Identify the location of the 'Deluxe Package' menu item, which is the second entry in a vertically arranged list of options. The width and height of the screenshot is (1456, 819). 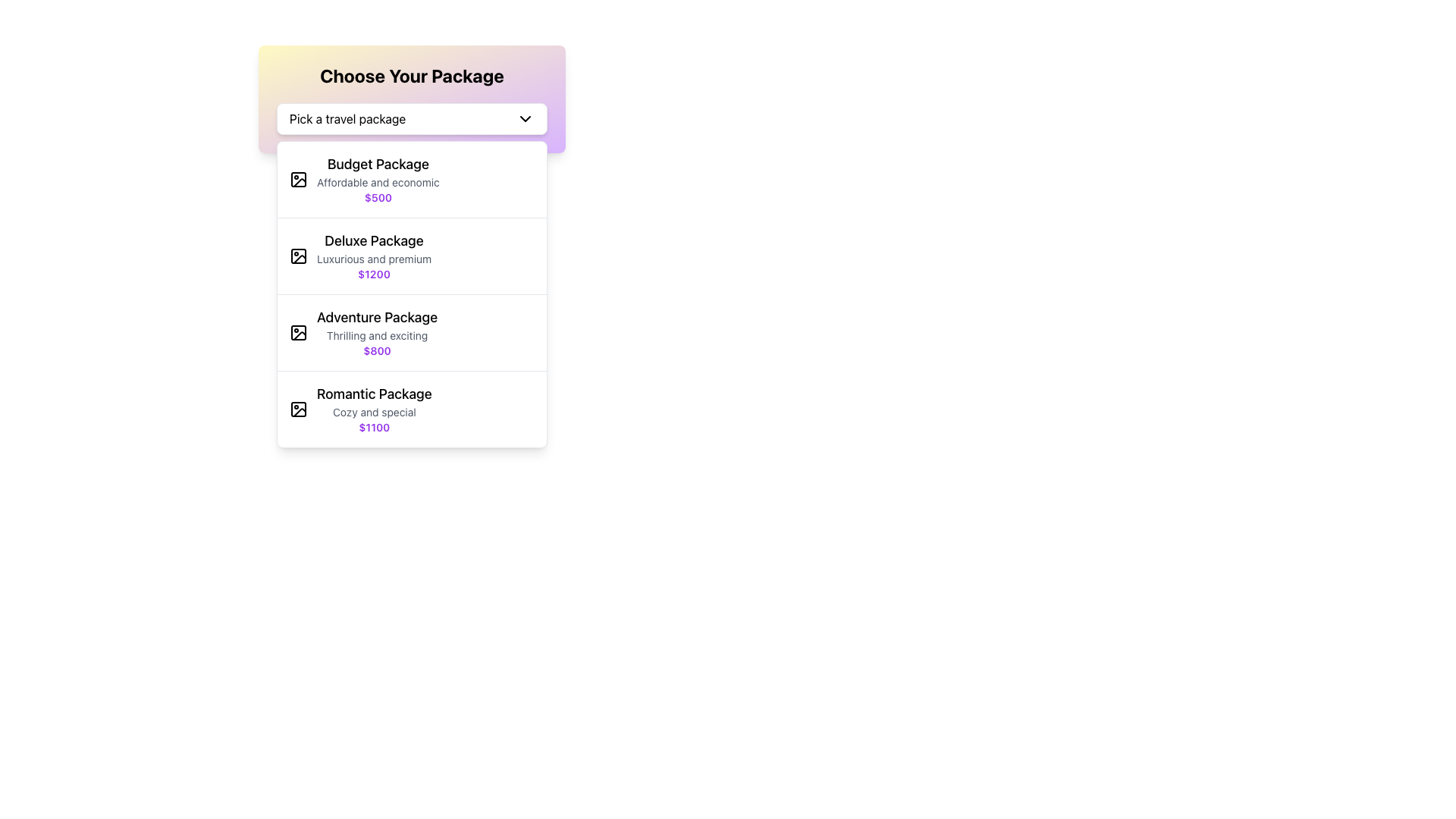
(412, 256).